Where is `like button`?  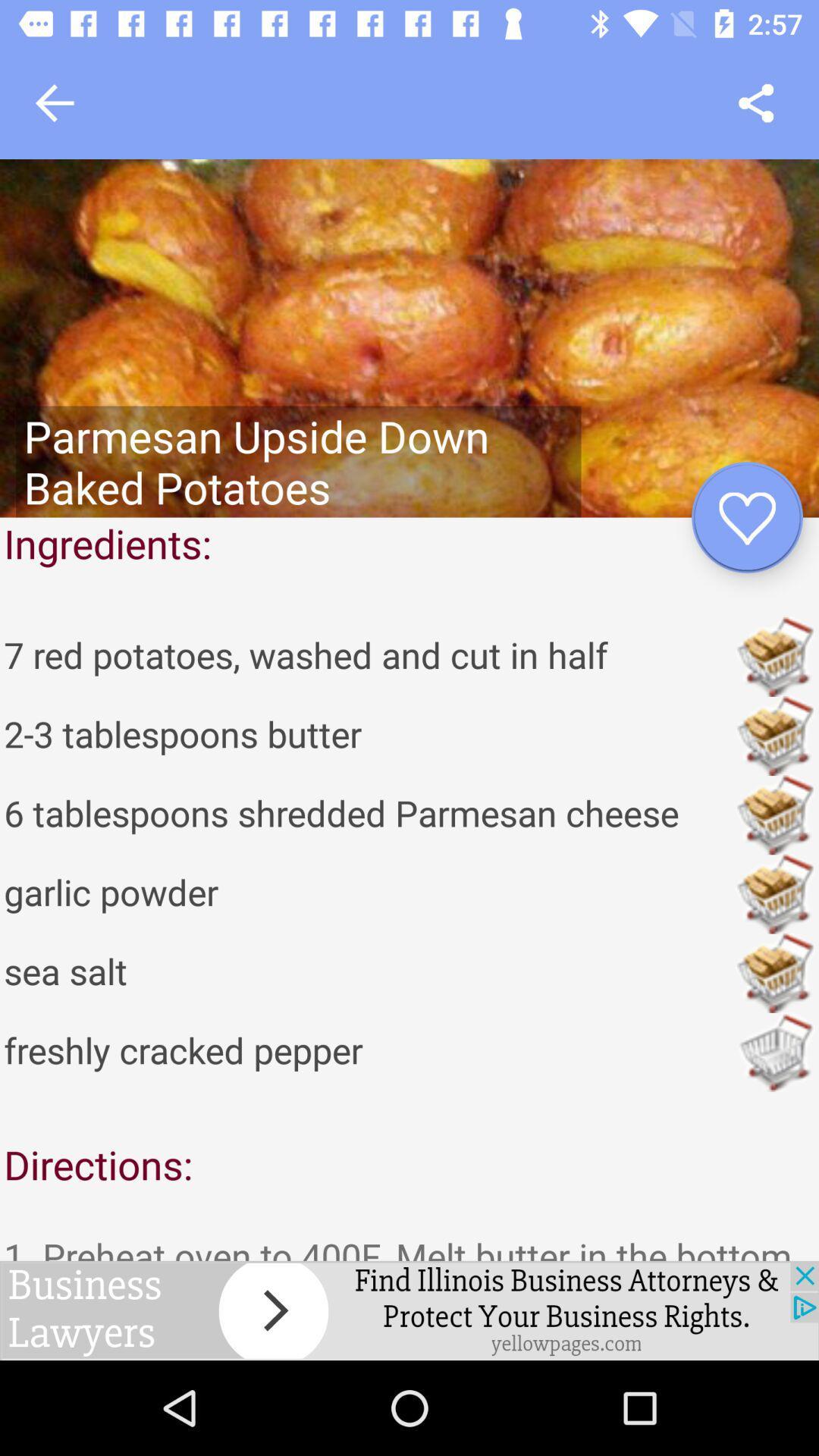
like button is located at coordinates (746, 517).